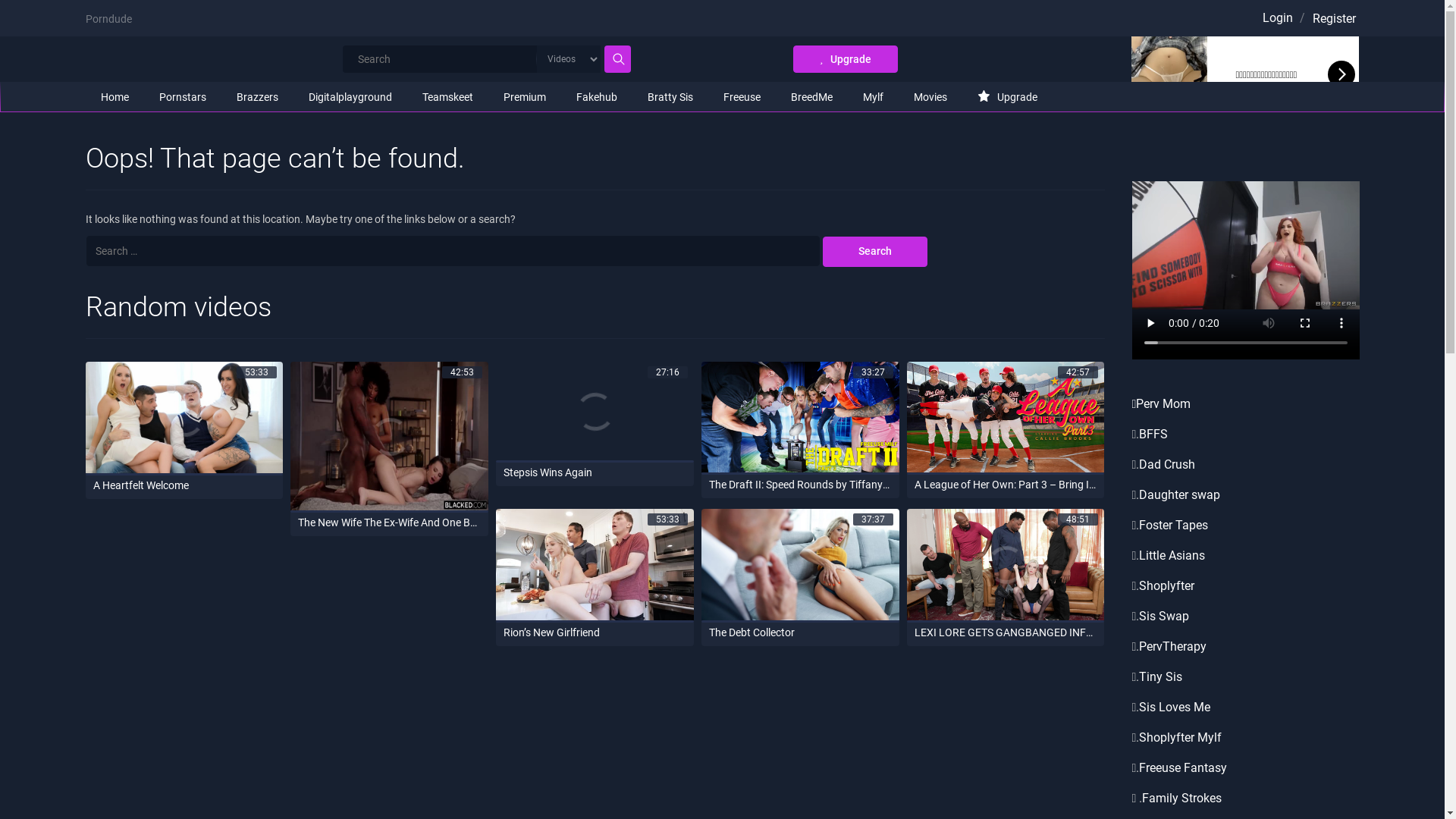 This screenshot has width=1456, height=819. Describe the element at coordinates (1006, 565) in the screenshot. I see `'48:51'` at that location.